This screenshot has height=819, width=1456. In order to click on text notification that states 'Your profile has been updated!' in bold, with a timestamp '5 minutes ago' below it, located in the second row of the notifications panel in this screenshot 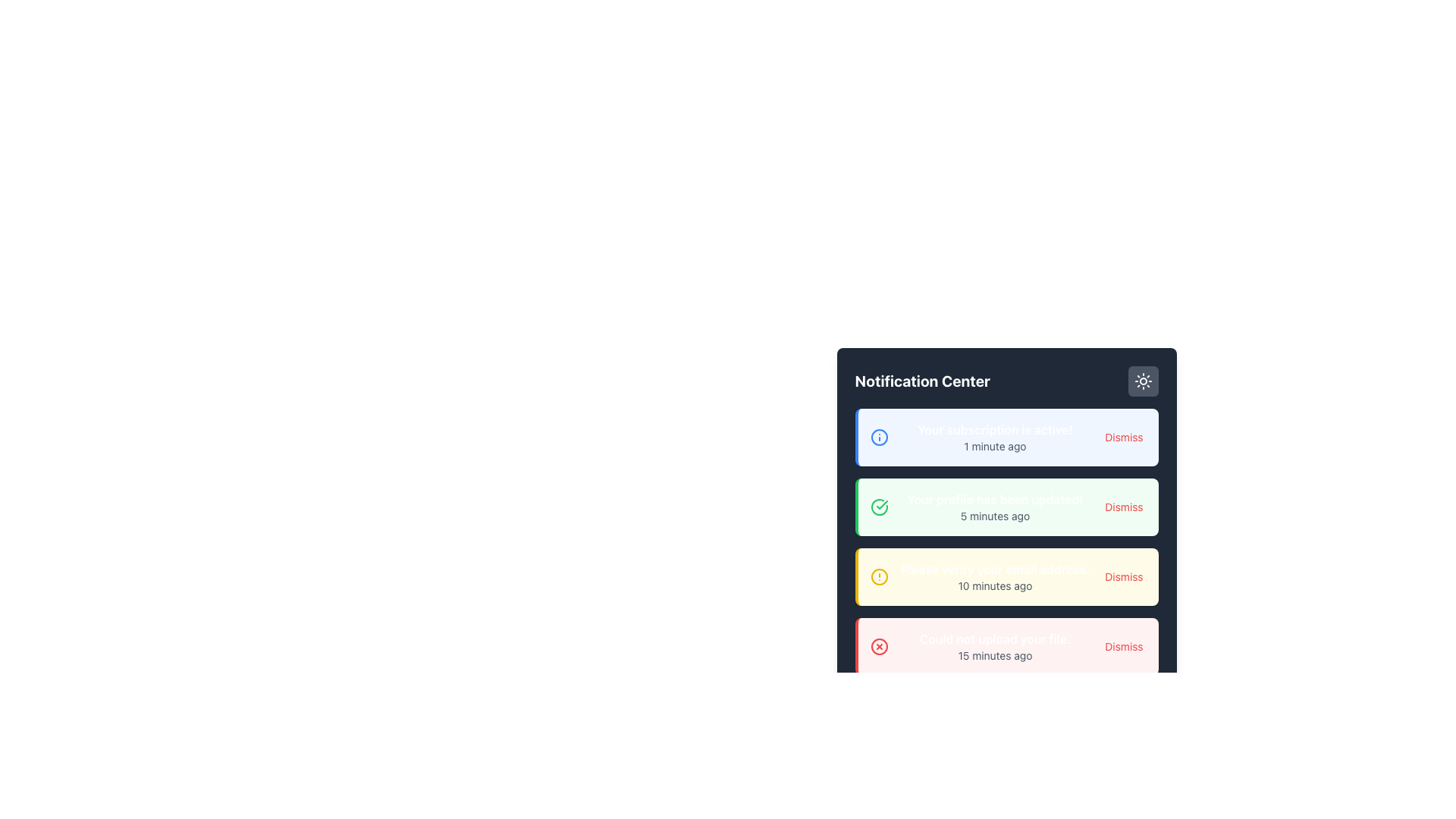, I will do `click(995, 507)`.